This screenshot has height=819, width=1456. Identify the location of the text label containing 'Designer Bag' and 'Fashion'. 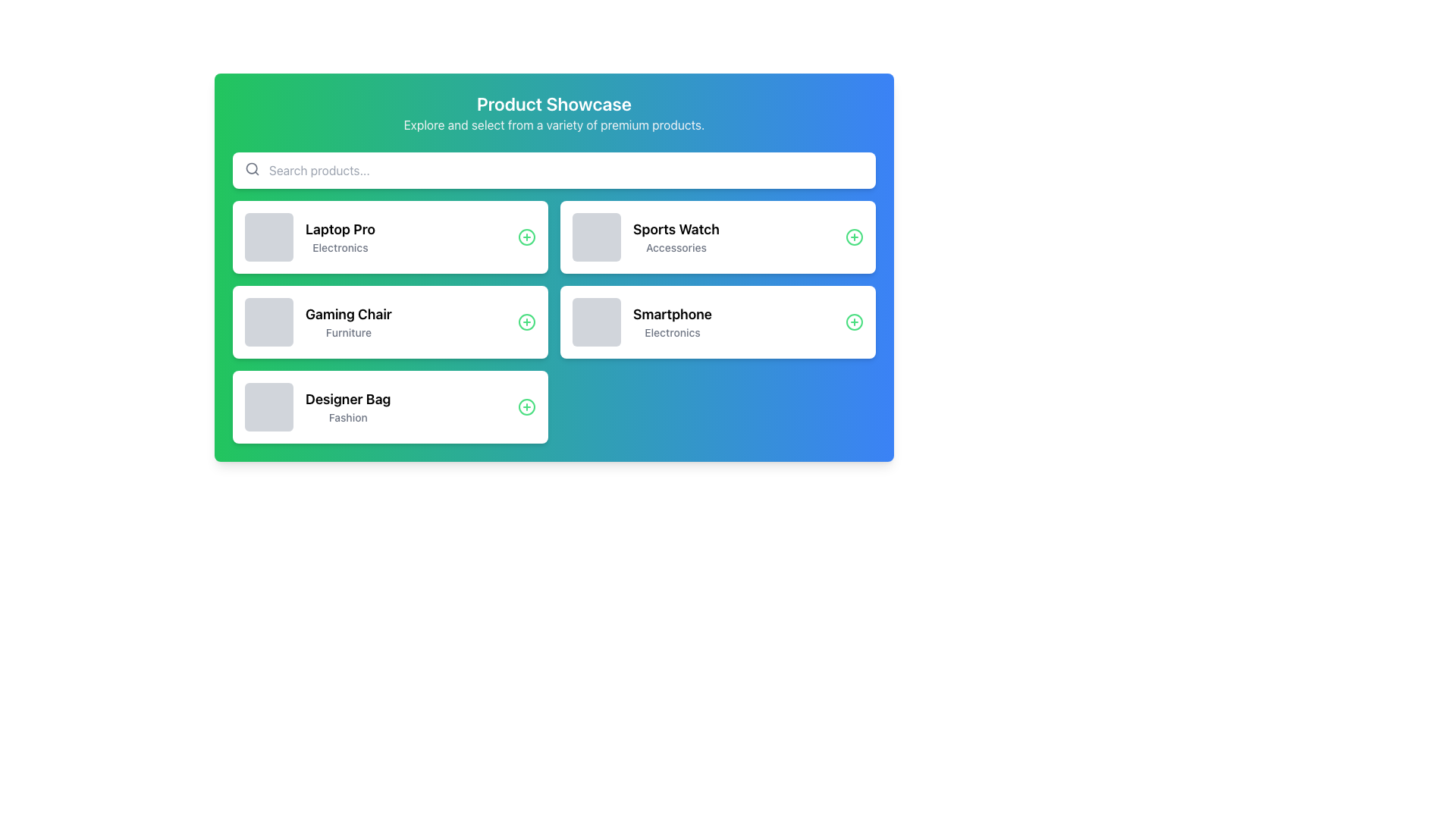
(317, 406).